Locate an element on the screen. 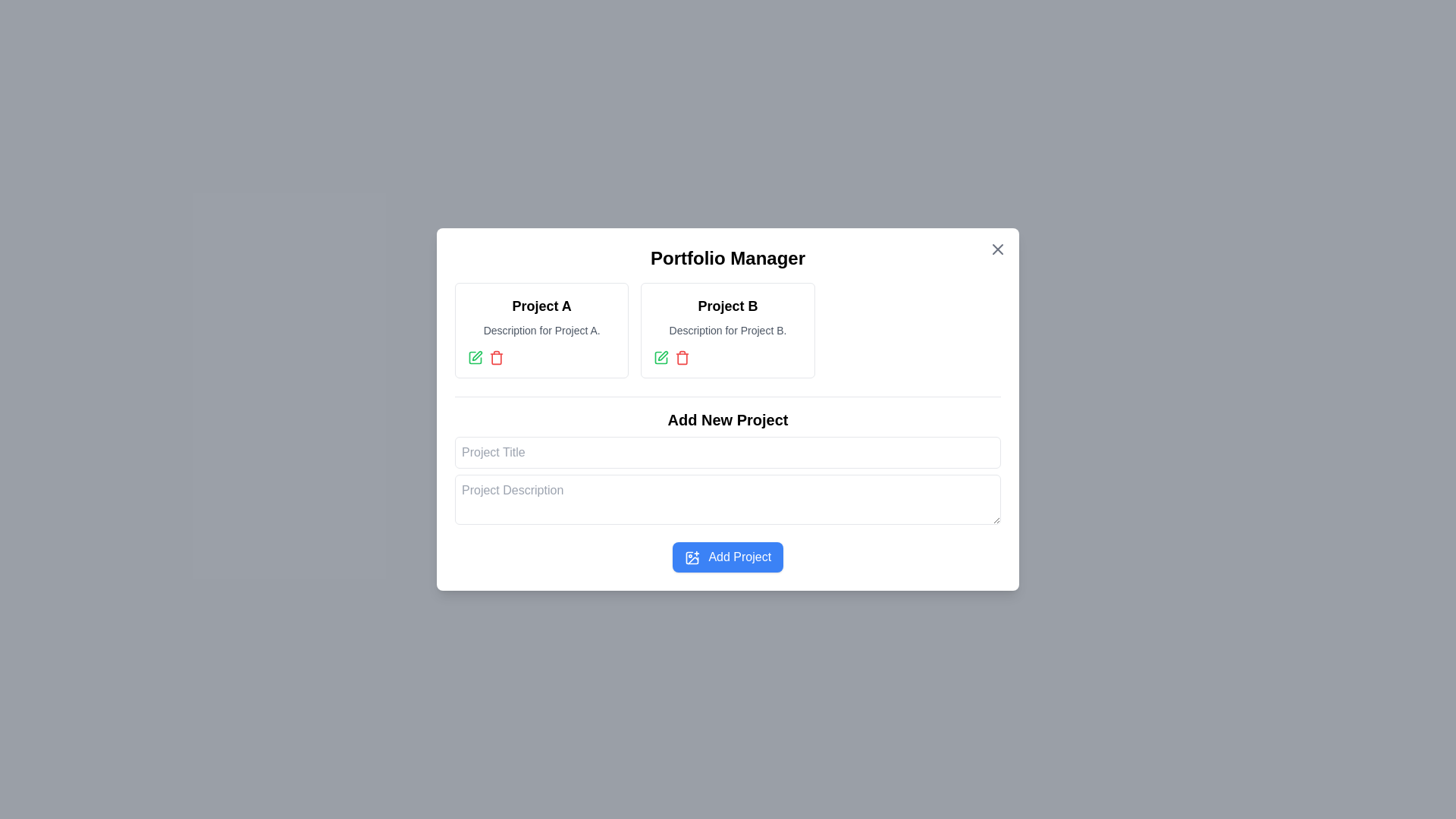 This screenshot has height=819, width=1456. the red trash can icon button located in the 'Project B' section of the Portfolio Manager interface is located at coordinates (682, 357).